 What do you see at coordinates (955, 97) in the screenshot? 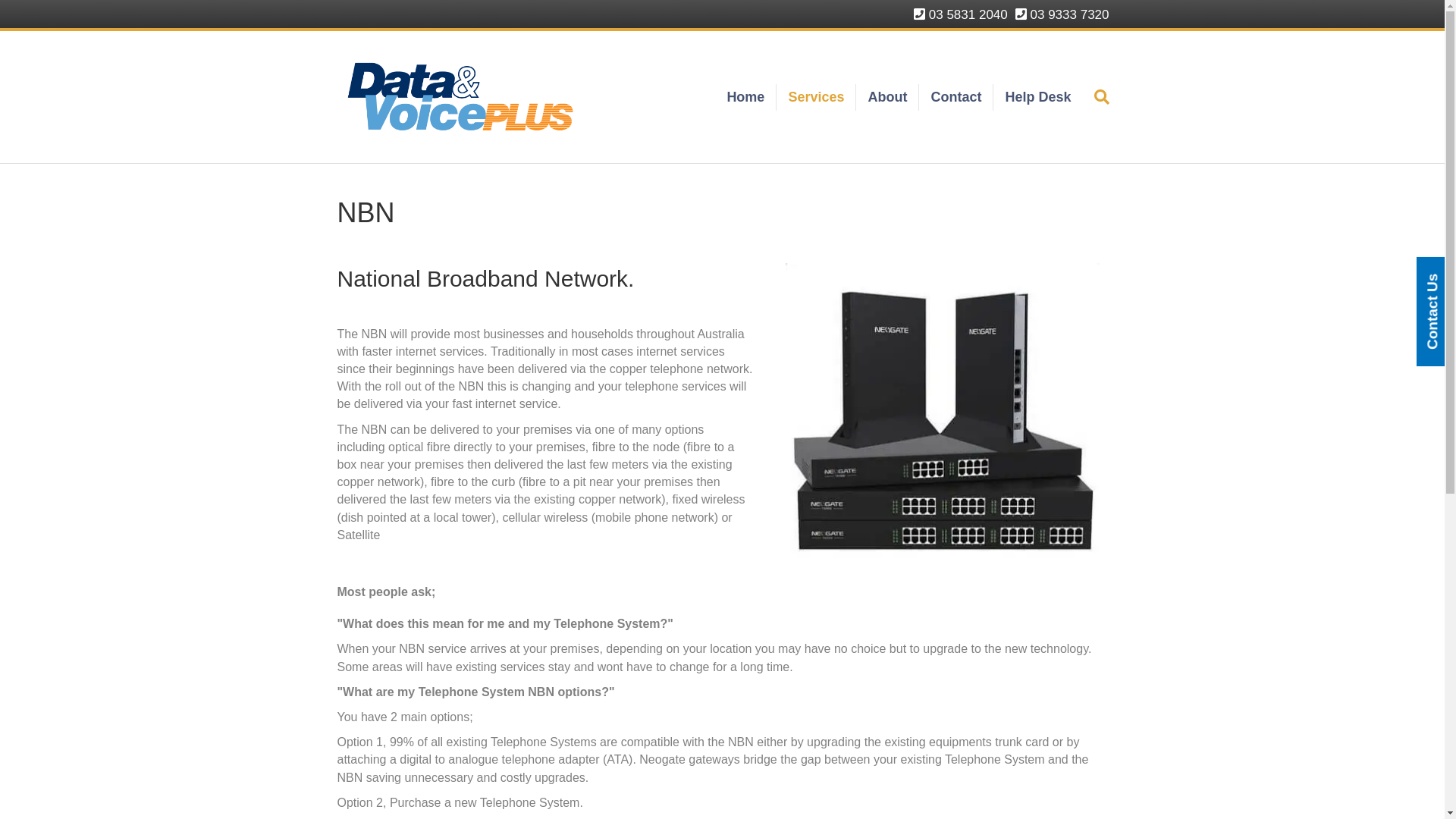
I see `'Contact'` at bounding box center [955, 97].